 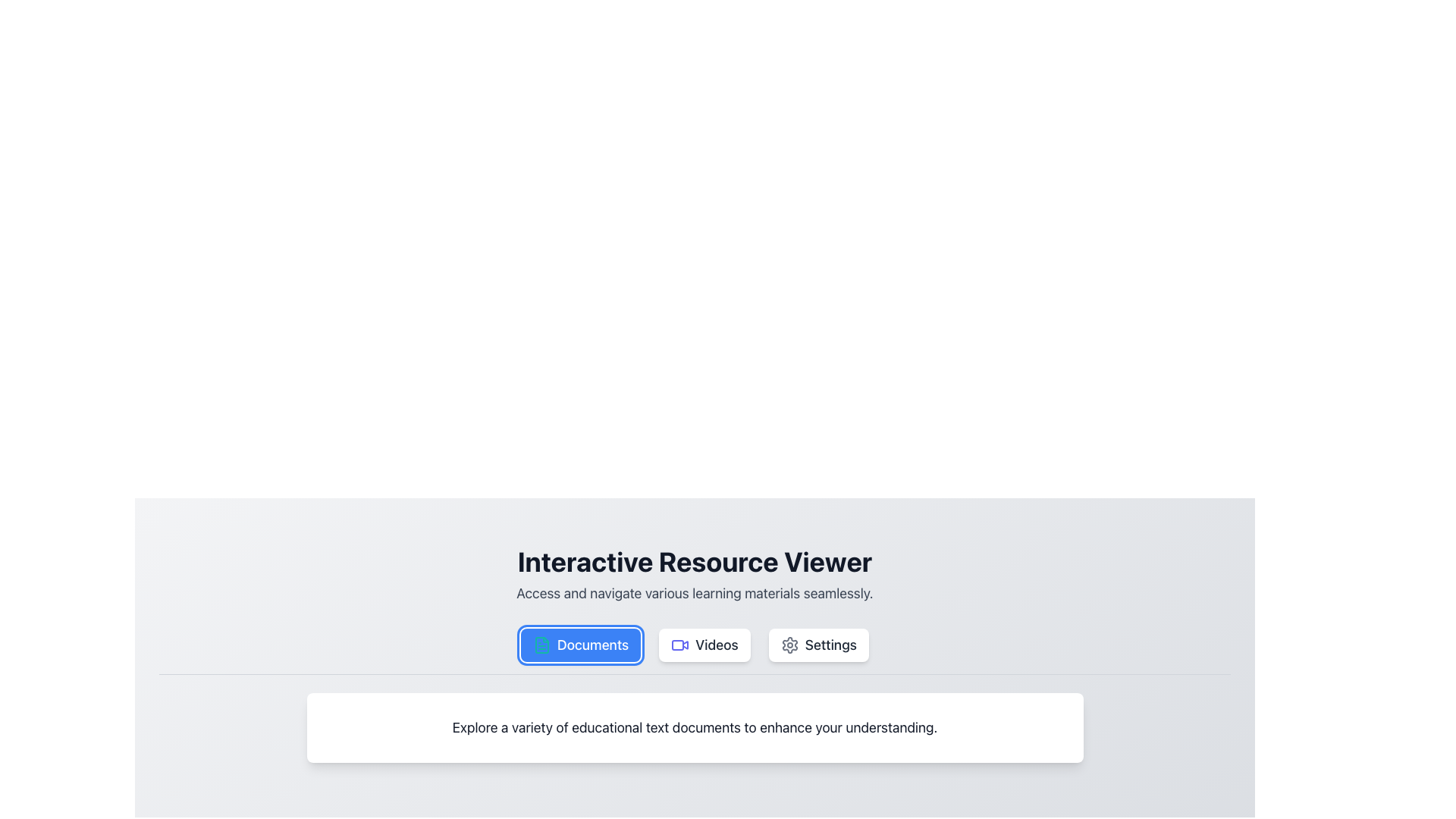 What do you see at coordinates (694, 651) in the screenshot?
I see `the Navigation Menu element, which contains the buttons labeled 'Documents', 'Videos', and 'Settings'` at bounding box center [694, 651].